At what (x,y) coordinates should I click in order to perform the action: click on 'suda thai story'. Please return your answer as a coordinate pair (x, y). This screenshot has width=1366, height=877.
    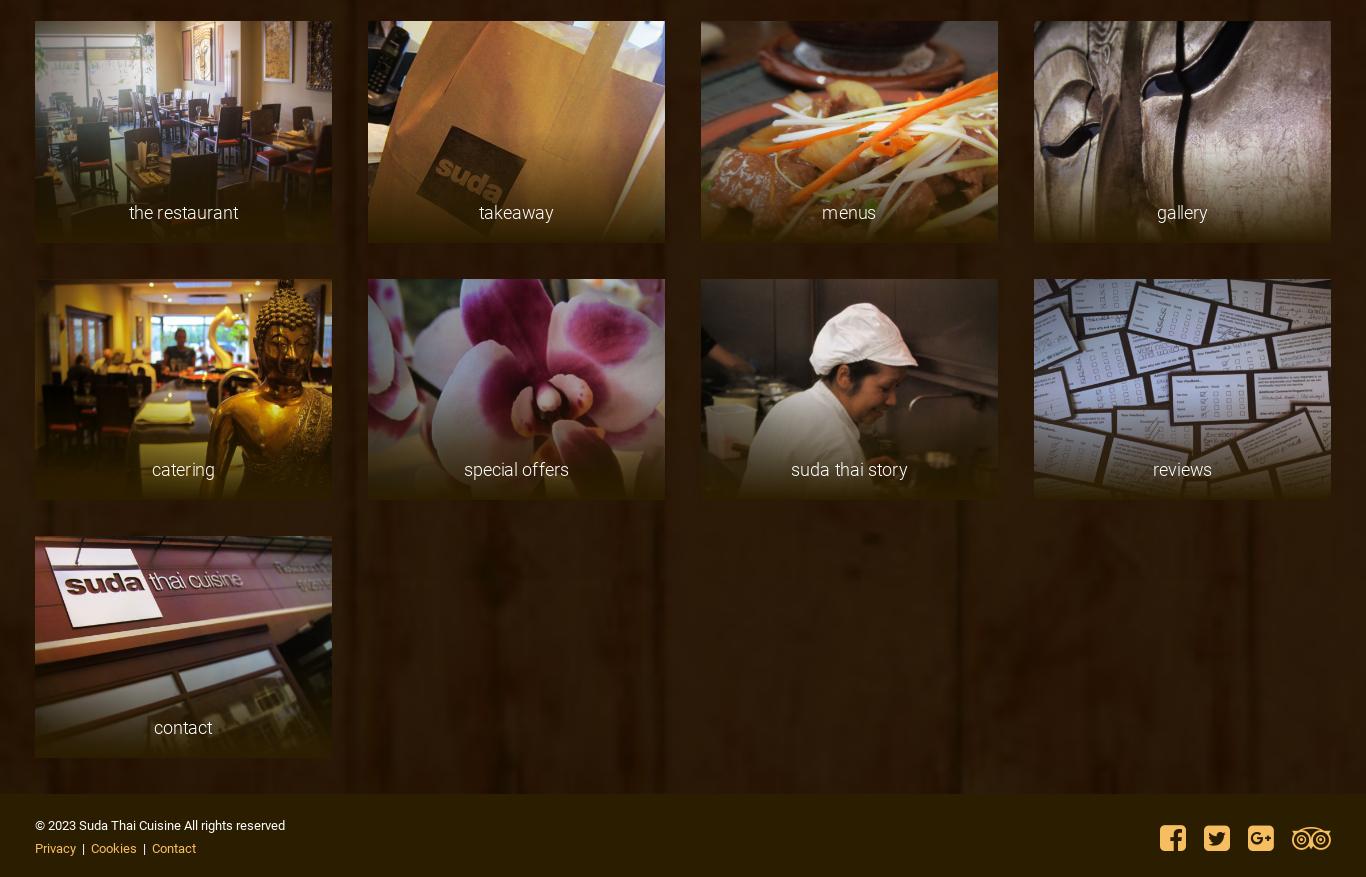
    Looking at the image, I should click on (847, 469).